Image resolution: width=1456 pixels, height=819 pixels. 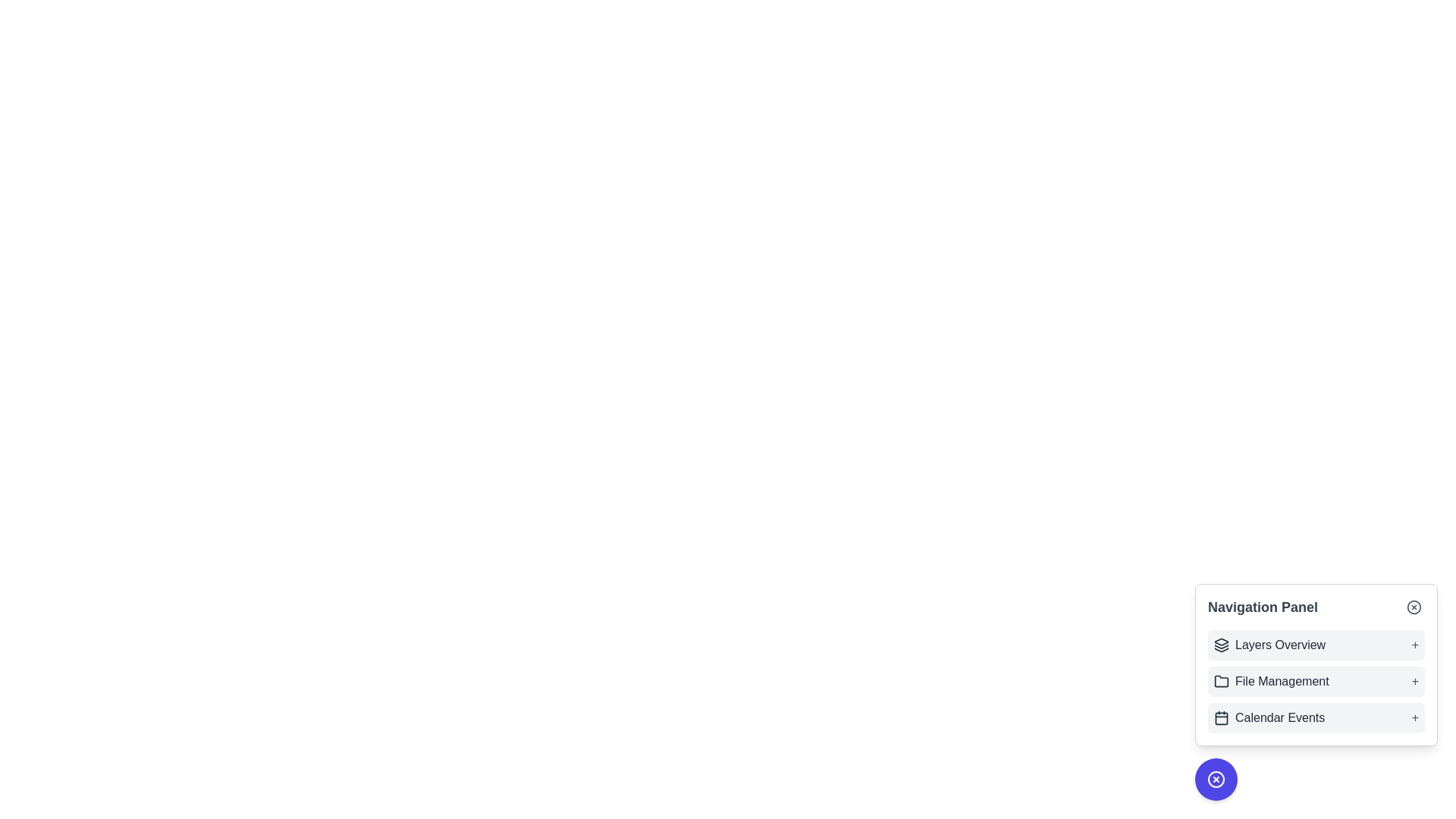 What do you see at coordinates (1222, 646) in the screenshot?
I see `the middle segment of the layered stack icon in the Navigation Panel's 'Layers Overview' section` at bounding box center [1222, 646].